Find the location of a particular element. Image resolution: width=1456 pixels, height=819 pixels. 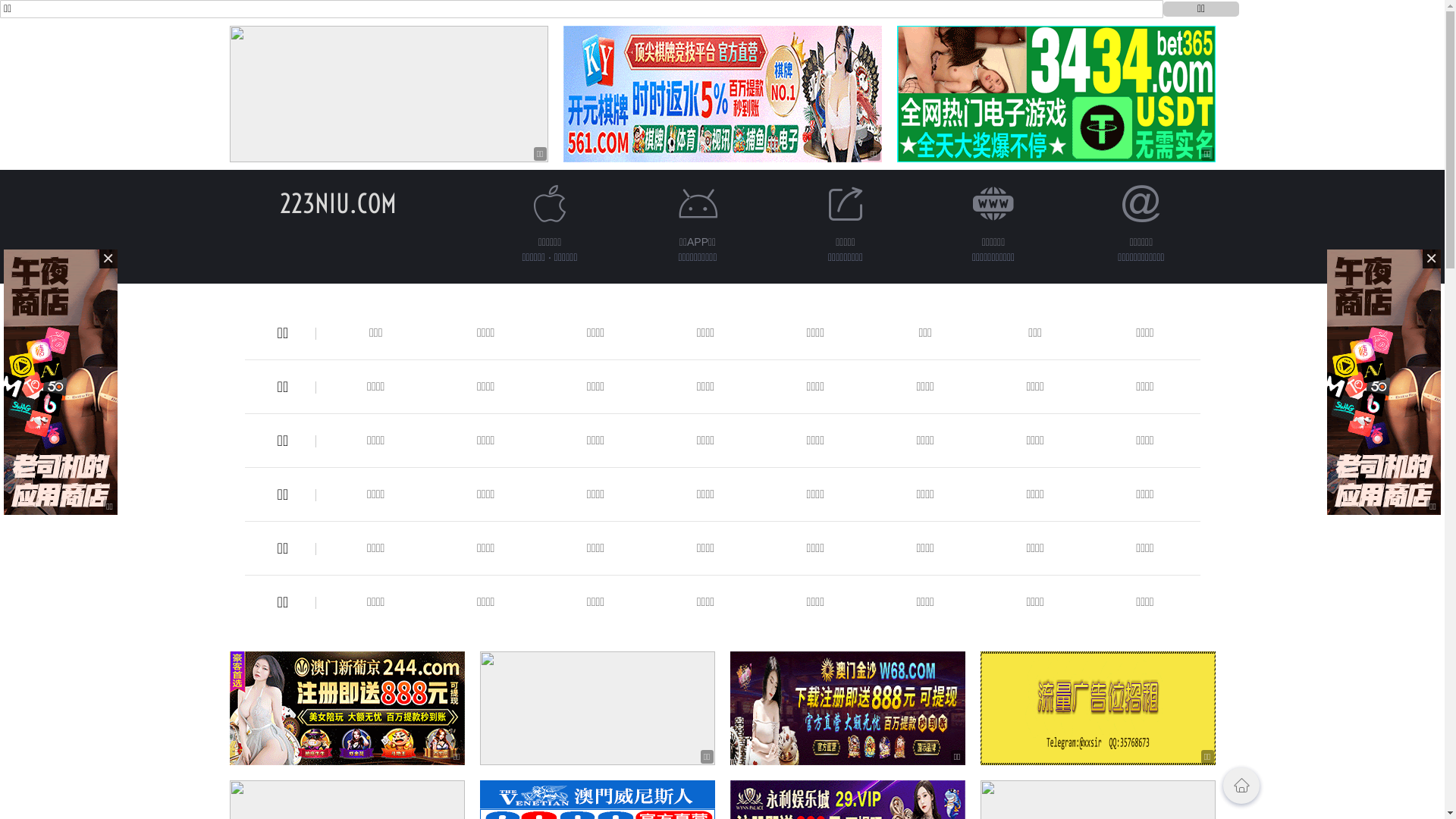

'223NIU.COM' is located at coordinates (337, 202).